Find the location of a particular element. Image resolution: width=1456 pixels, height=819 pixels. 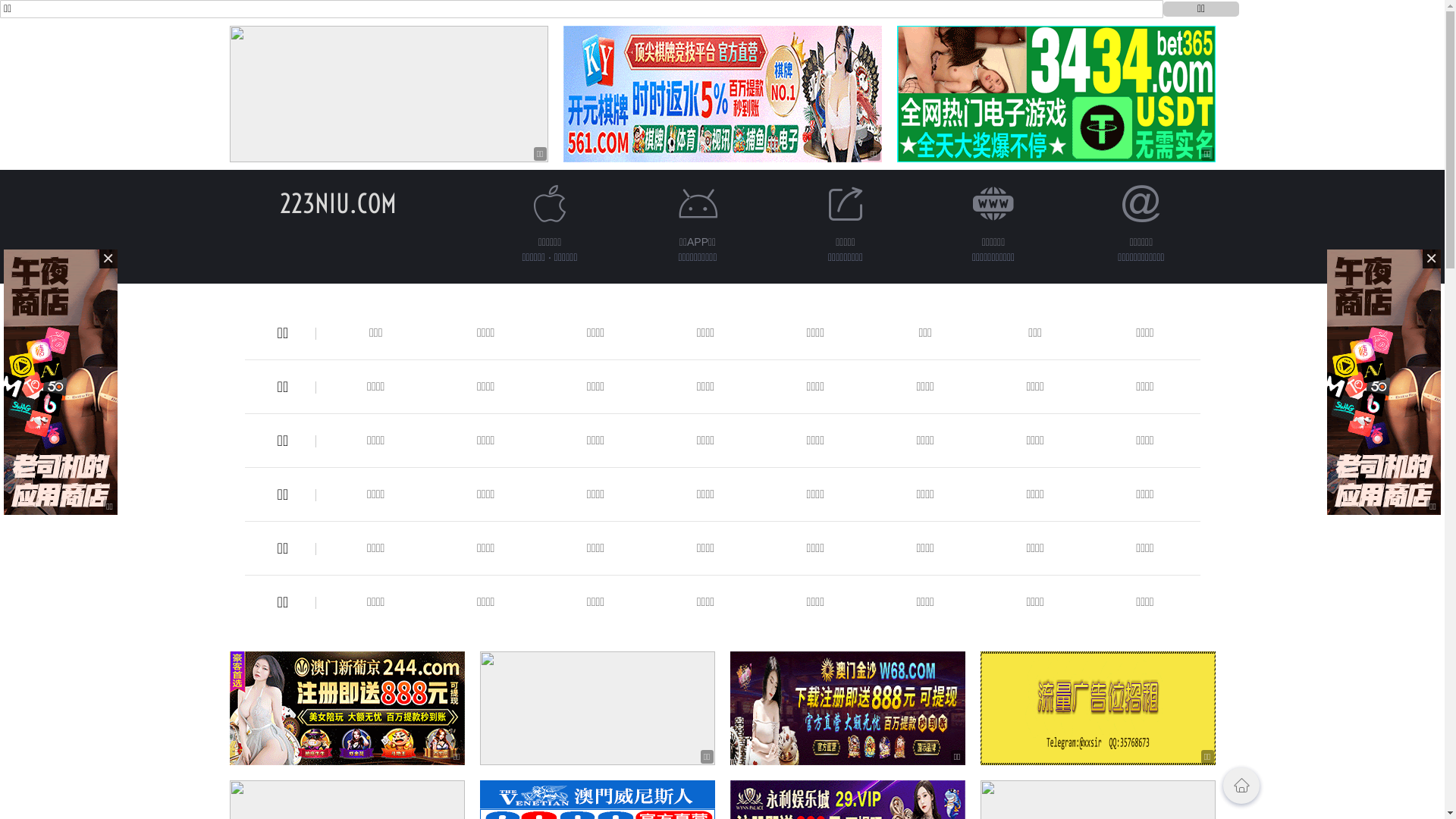

'223NIU.COM' is located at coordinates (337, 202).